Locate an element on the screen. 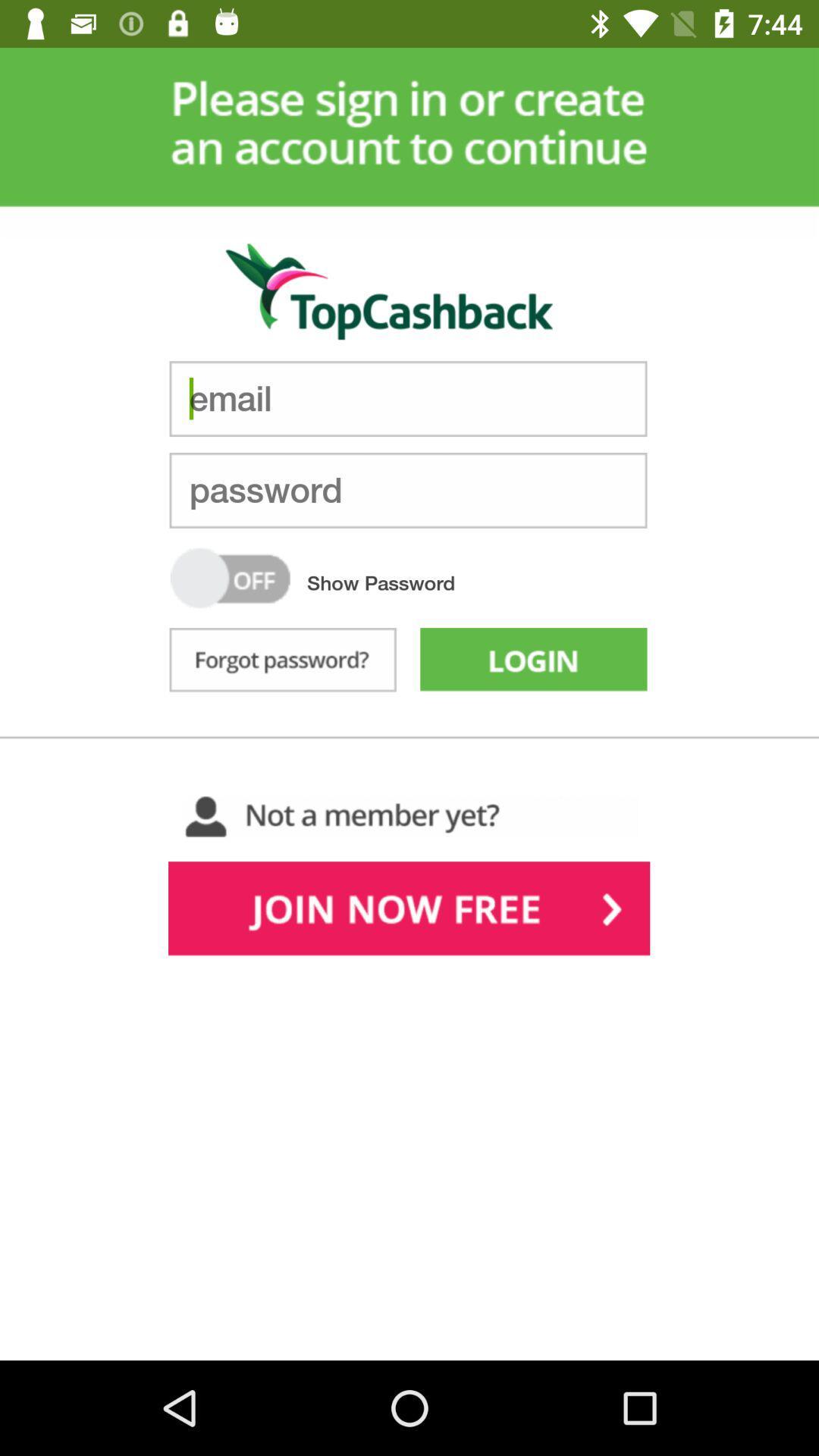 The image size is (819, 1456). join now free is located at coordinates (408, 912).